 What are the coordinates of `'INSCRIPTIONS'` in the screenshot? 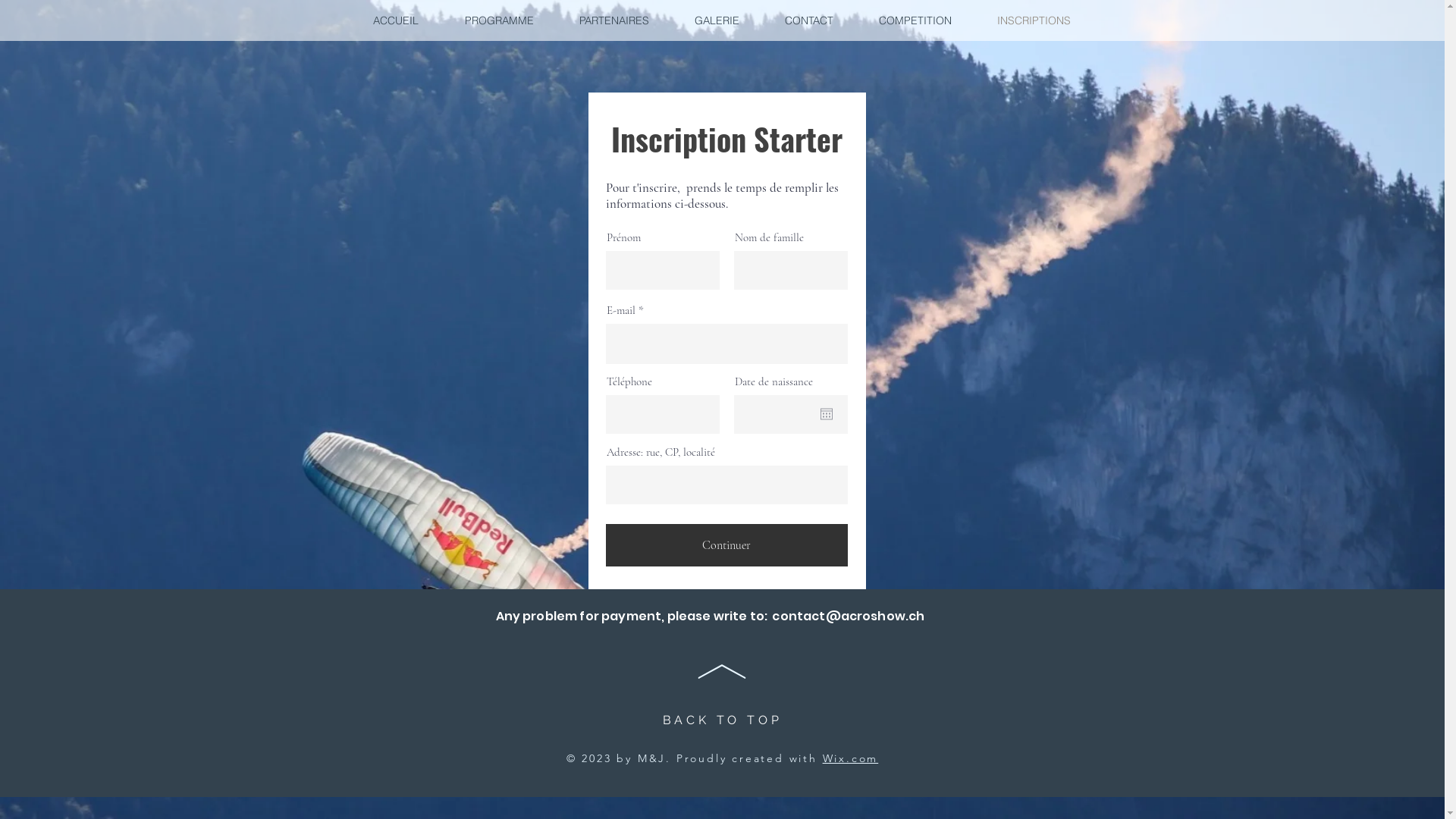 It's located at (1032, 20).